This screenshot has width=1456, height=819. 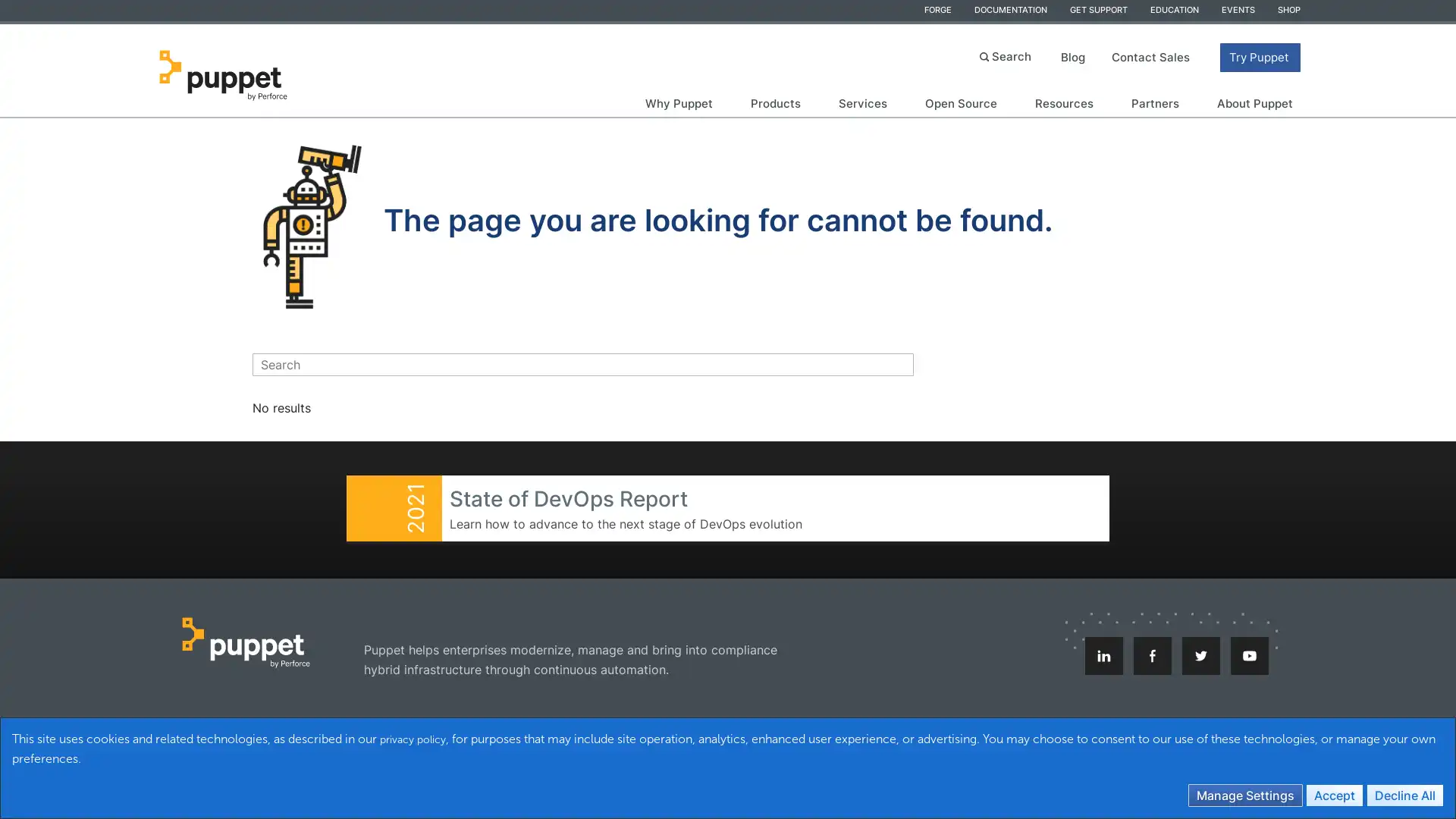 I want to click on Accept, so click(x=1335, y=794).